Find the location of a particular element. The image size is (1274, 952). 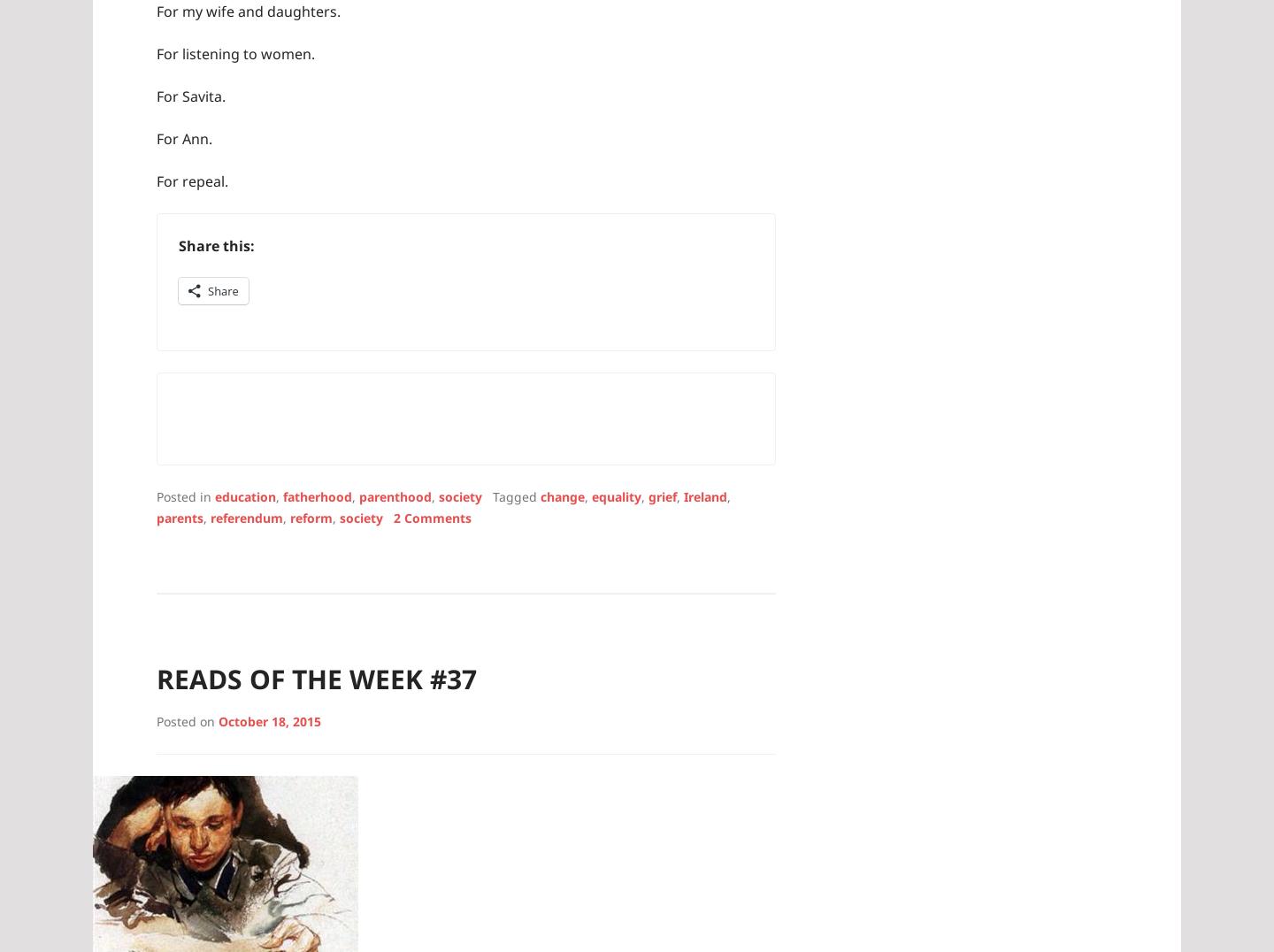

'equality' is located at coordinates (616, 495).